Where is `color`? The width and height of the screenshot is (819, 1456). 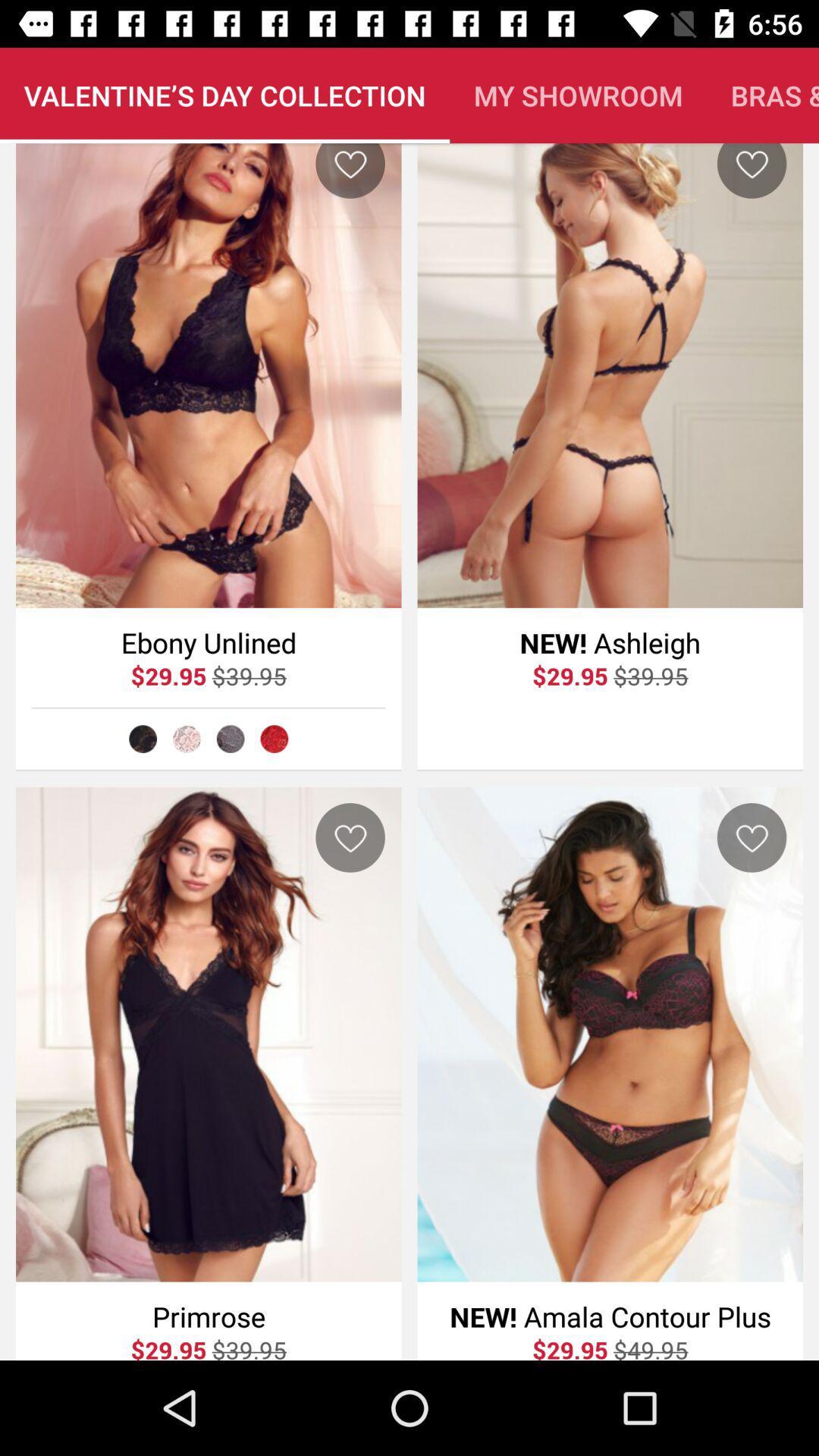
color is located at coordinates (231, 739).